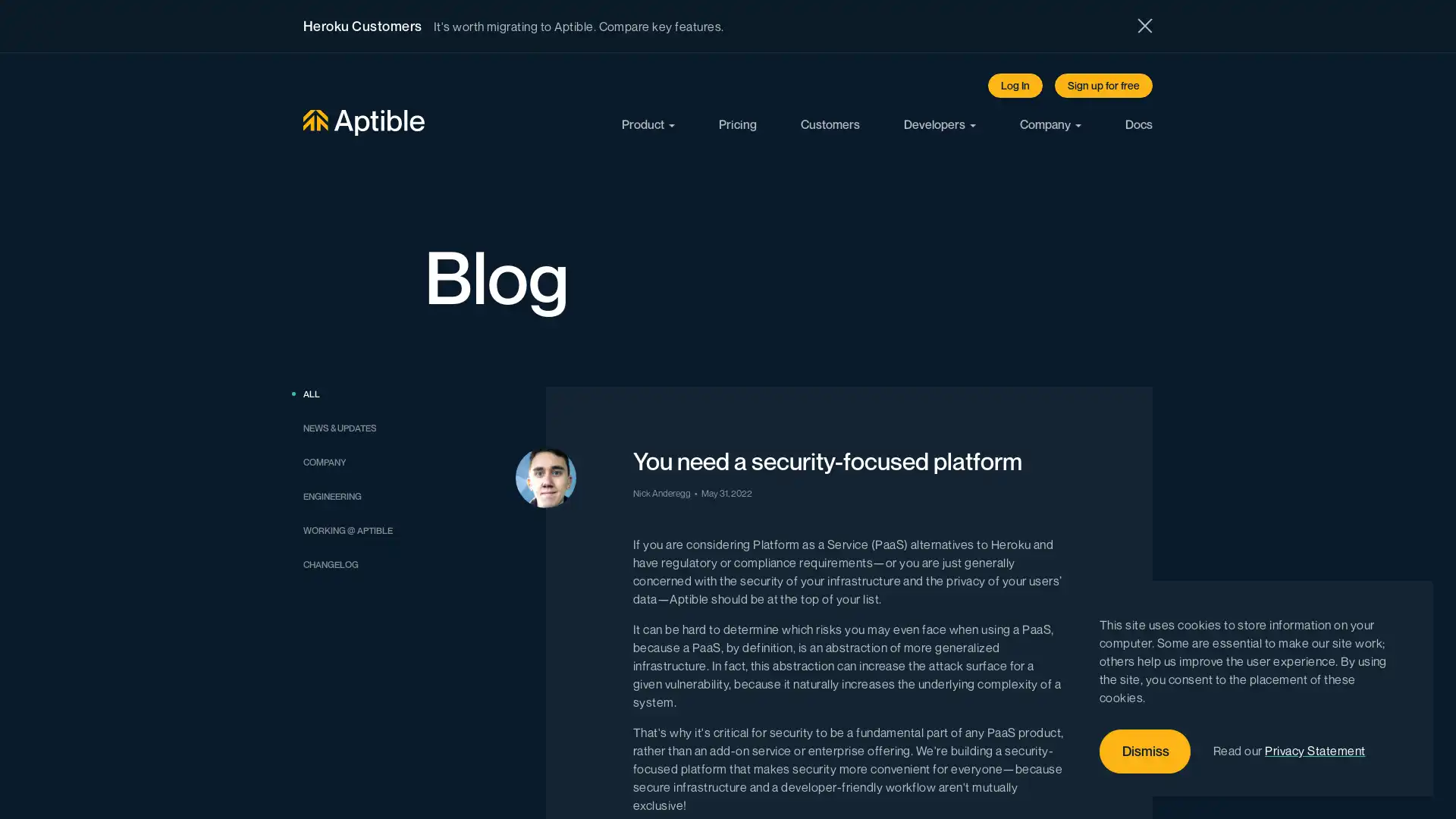  What do you see at coordinates (1103, 85) in the screenshot?
I see `Sign up for free` at bounding box center [1103, 85].